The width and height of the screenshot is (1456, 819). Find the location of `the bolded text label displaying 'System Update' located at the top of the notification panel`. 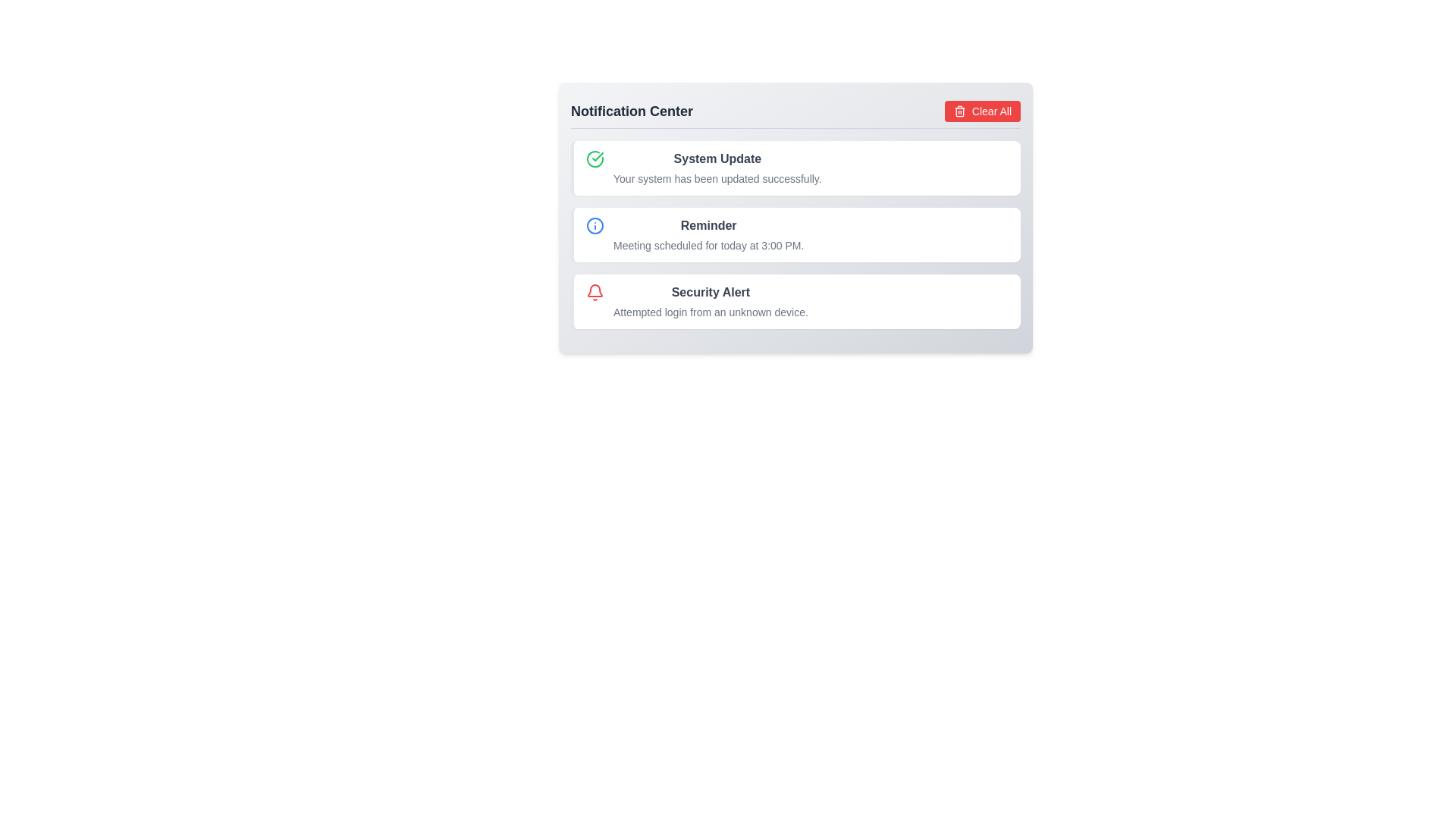

the bolded text label displaying 'System Update' located at the top of the notification panel is located at coordinates (717, 158).